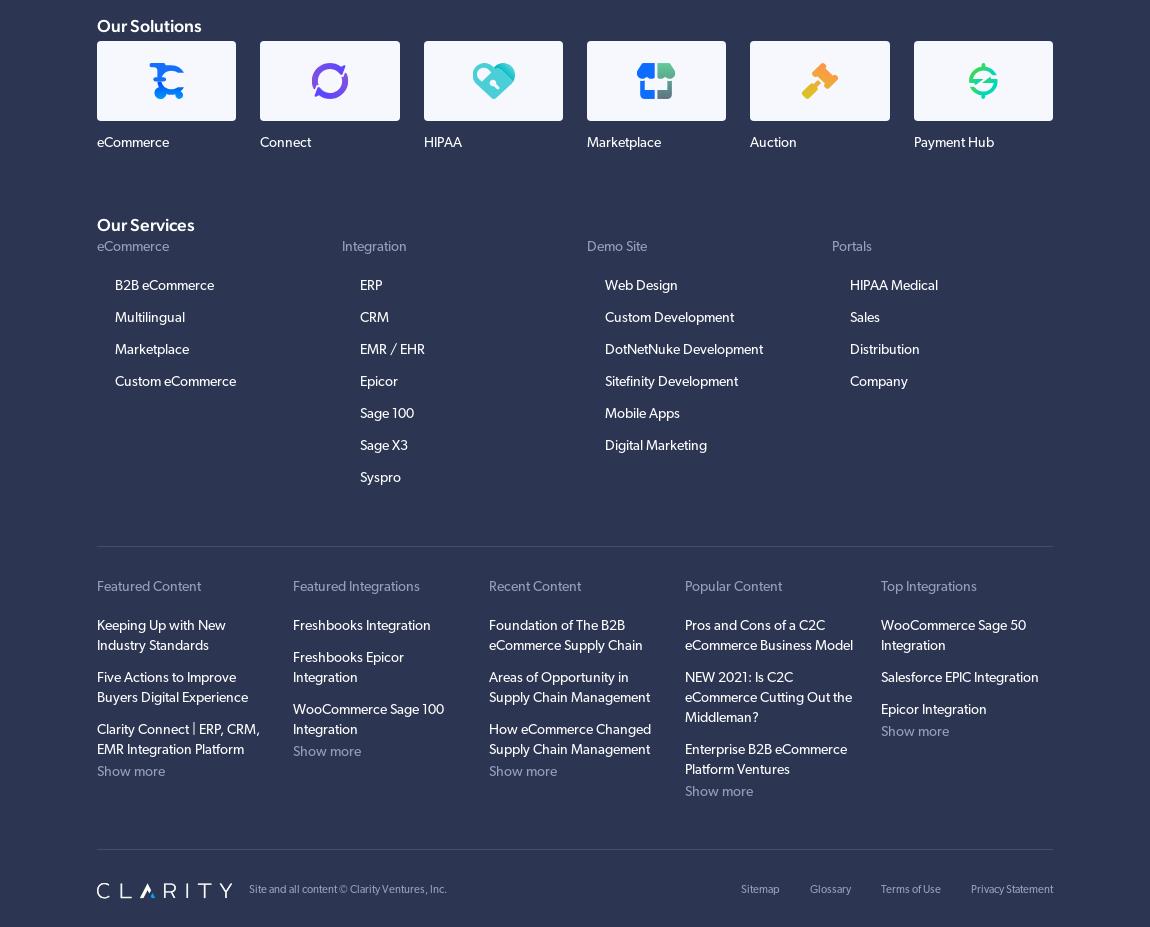 This screenshot has height=927, width=1150. I want to click on 'Clarity Ventures, Inc', so click(396, 889).